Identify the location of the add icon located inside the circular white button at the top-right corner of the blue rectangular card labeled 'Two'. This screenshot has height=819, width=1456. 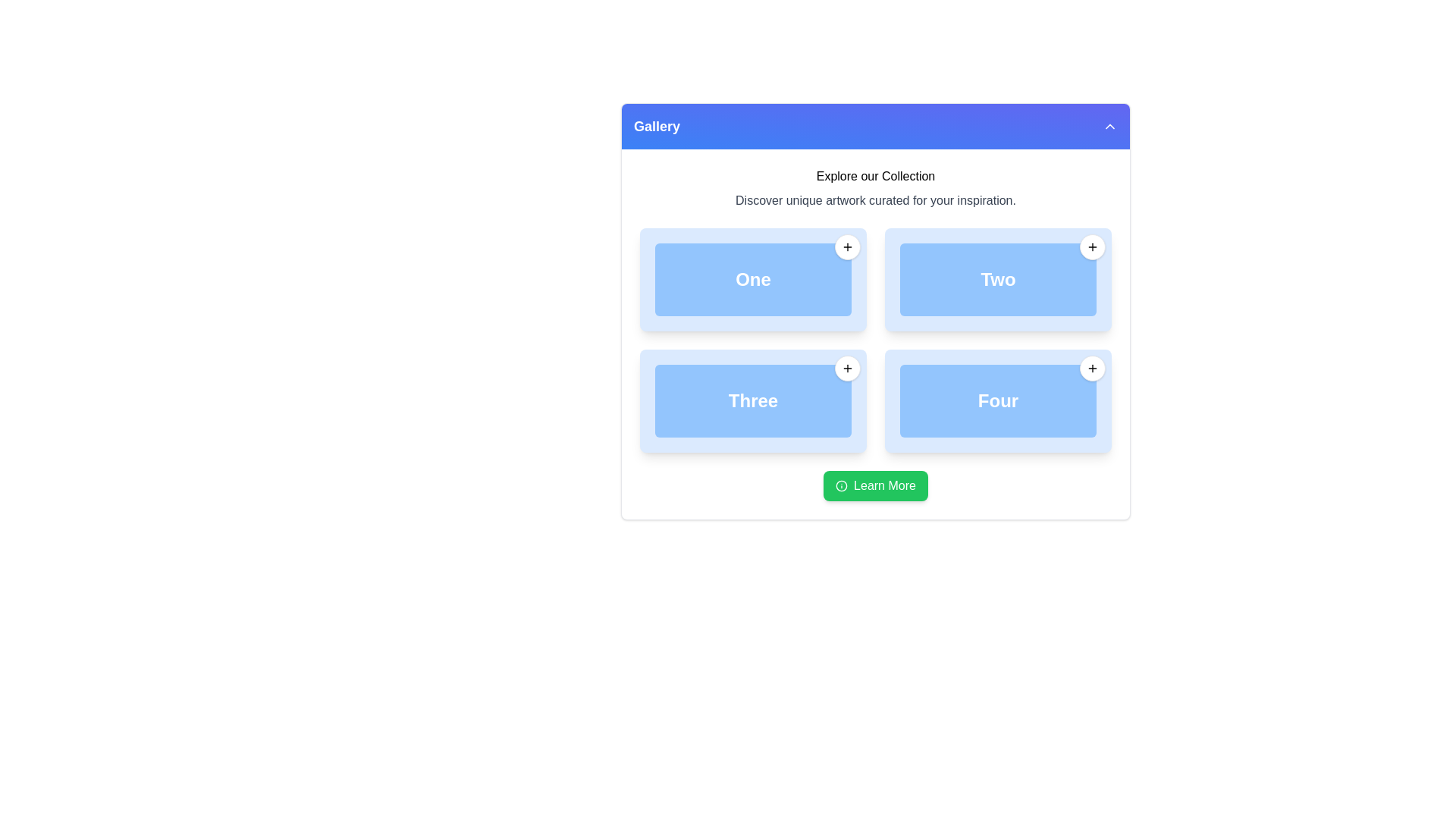
(1092, 246).